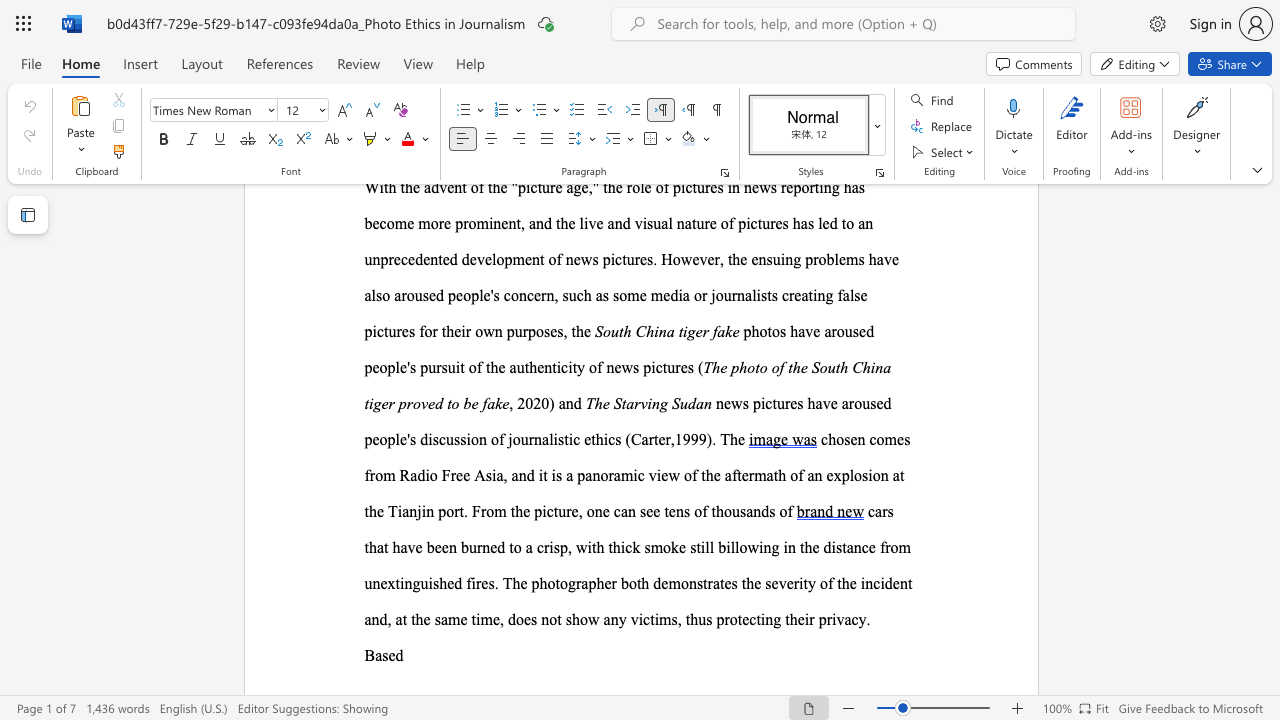 This screenshot has width=1280, height=720. What do you see at coordinates (876, 583) in the screenshot?
I see `the 1th character "c" in the text` at bounding box center [876, 583].